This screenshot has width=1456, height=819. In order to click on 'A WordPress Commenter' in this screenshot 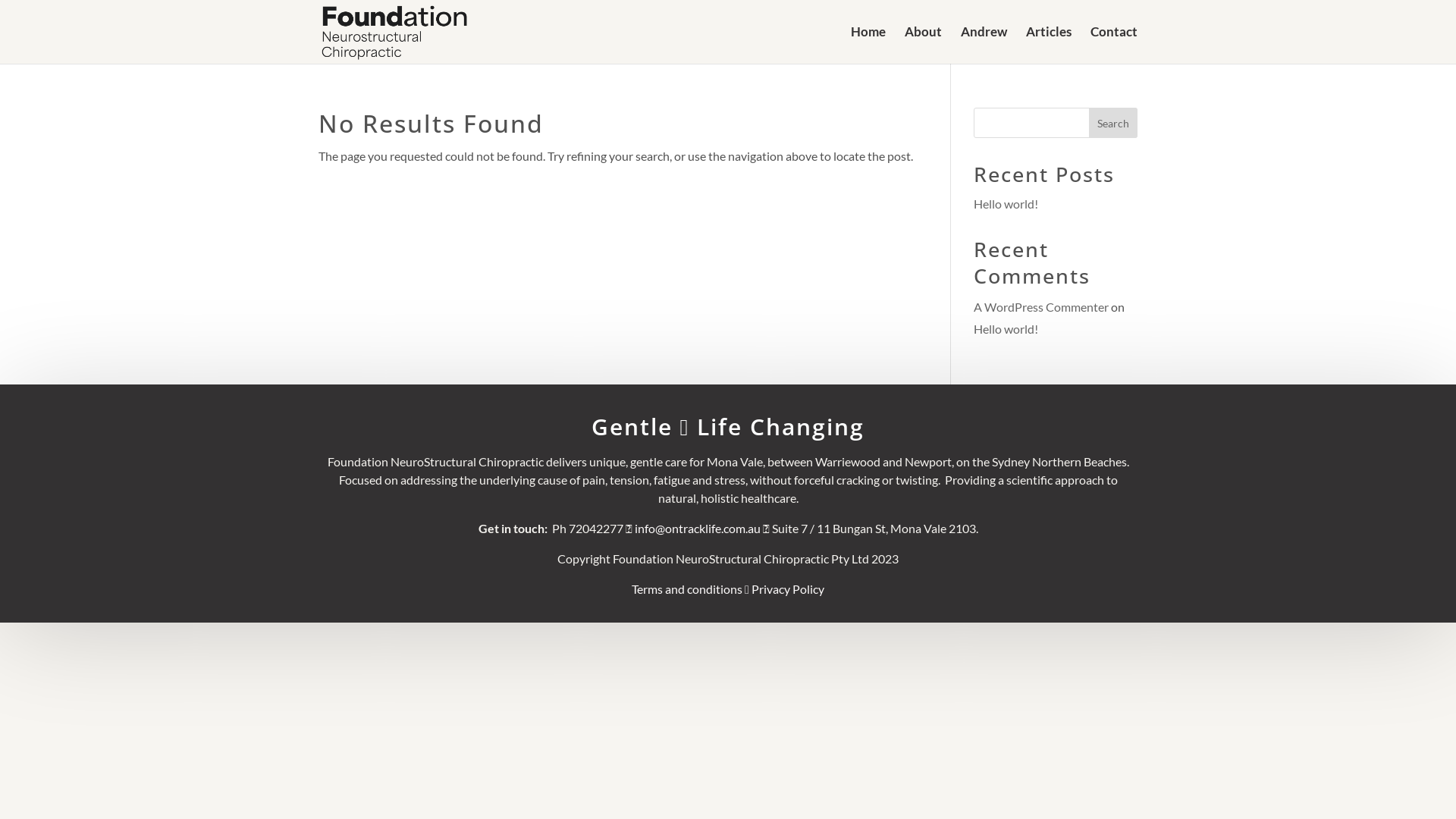, I will do `click(973, 306)`.